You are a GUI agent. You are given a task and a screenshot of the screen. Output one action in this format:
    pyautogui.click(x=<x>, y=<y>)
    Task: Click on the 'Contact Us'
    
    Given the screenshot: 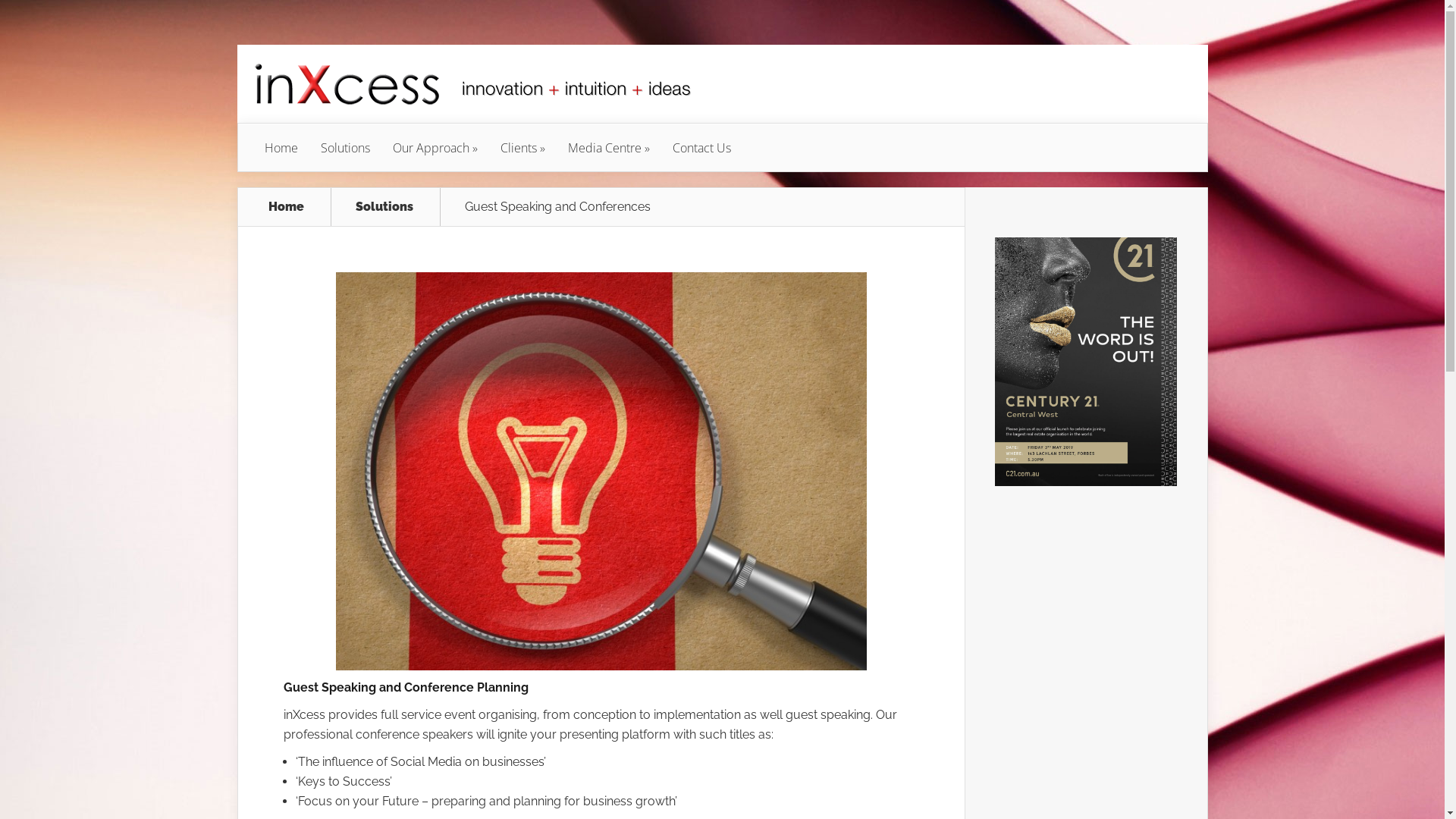 What is the action you would take?
    pyautogui.click(x=701, y=148)
    